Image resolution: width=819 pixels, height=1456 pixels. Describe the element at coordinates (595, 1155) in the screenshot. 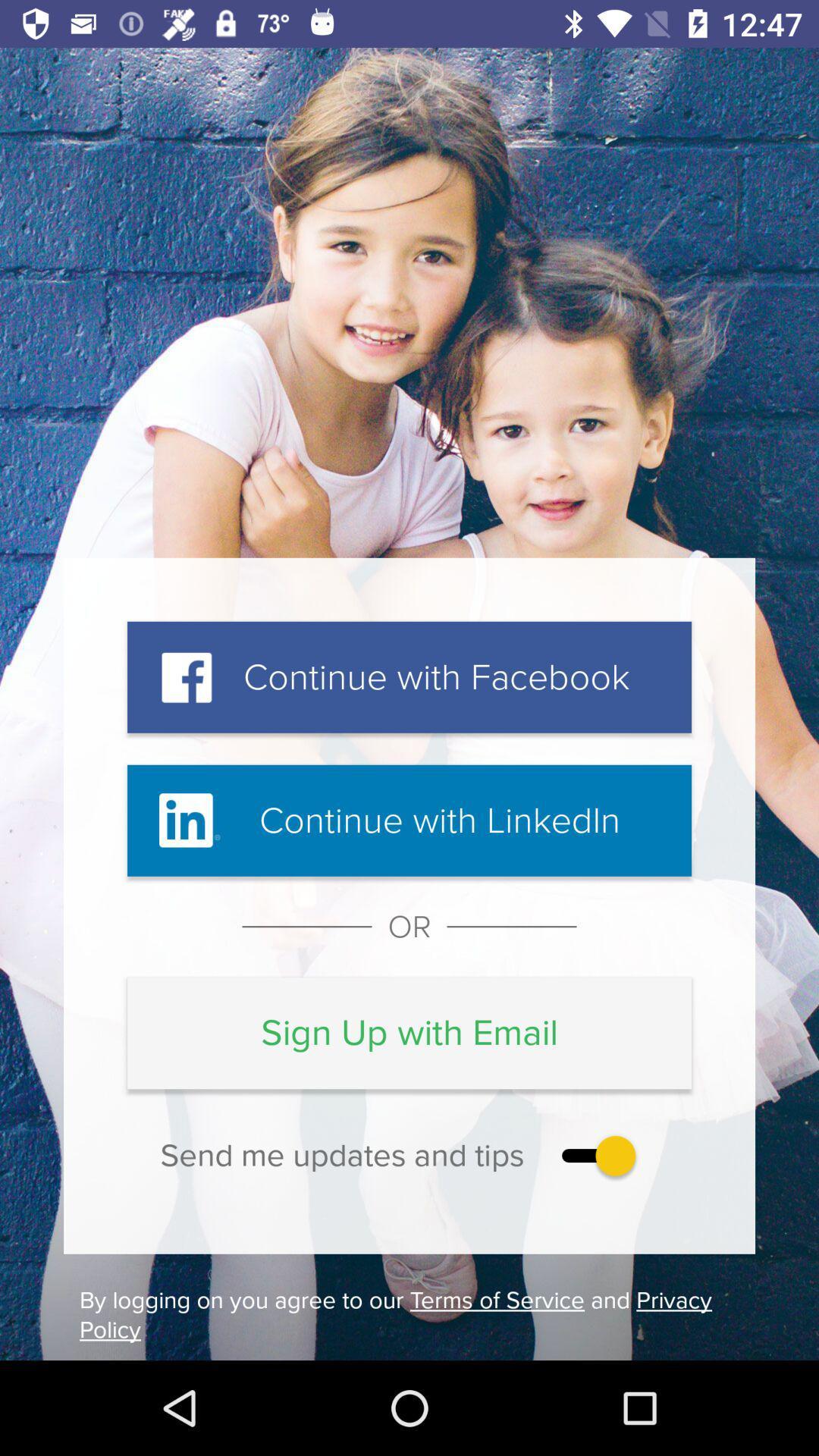

I see `the item to the right of the send me updates icon` at that location.